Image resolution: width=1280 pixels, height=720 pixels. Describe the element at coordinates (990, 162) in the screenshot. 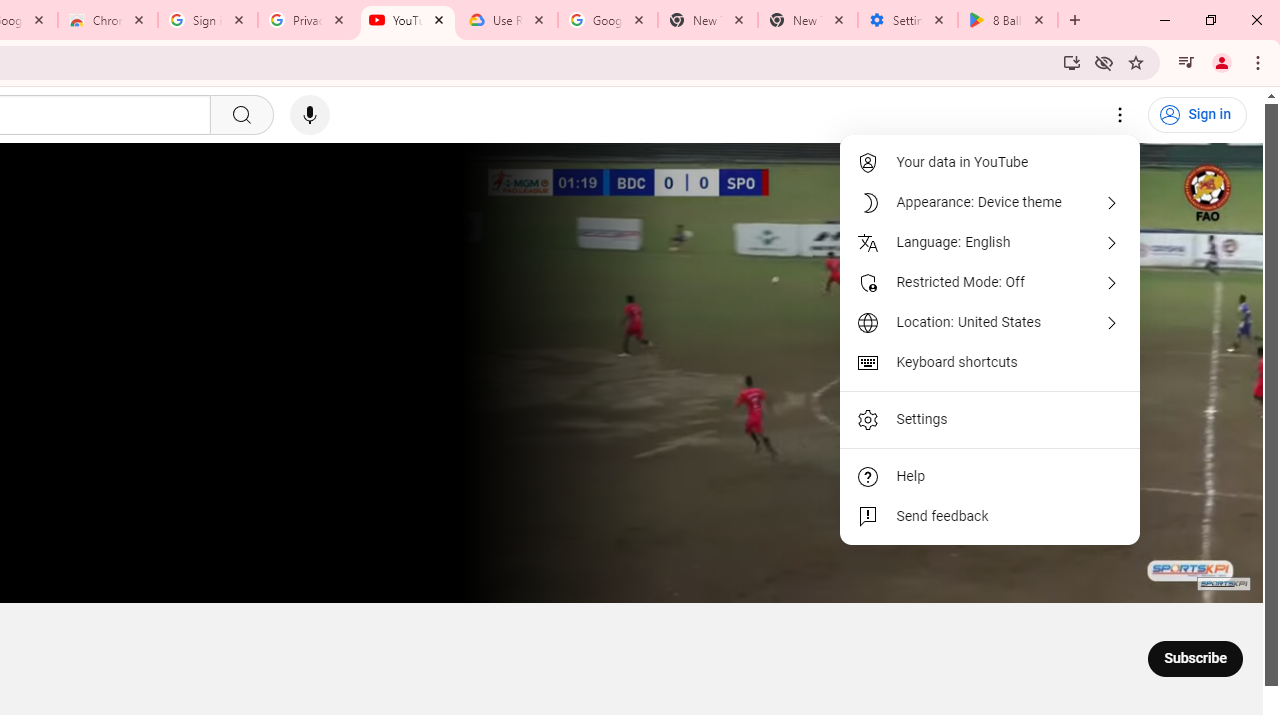

I see `'Your data in YouTube'` at that location.